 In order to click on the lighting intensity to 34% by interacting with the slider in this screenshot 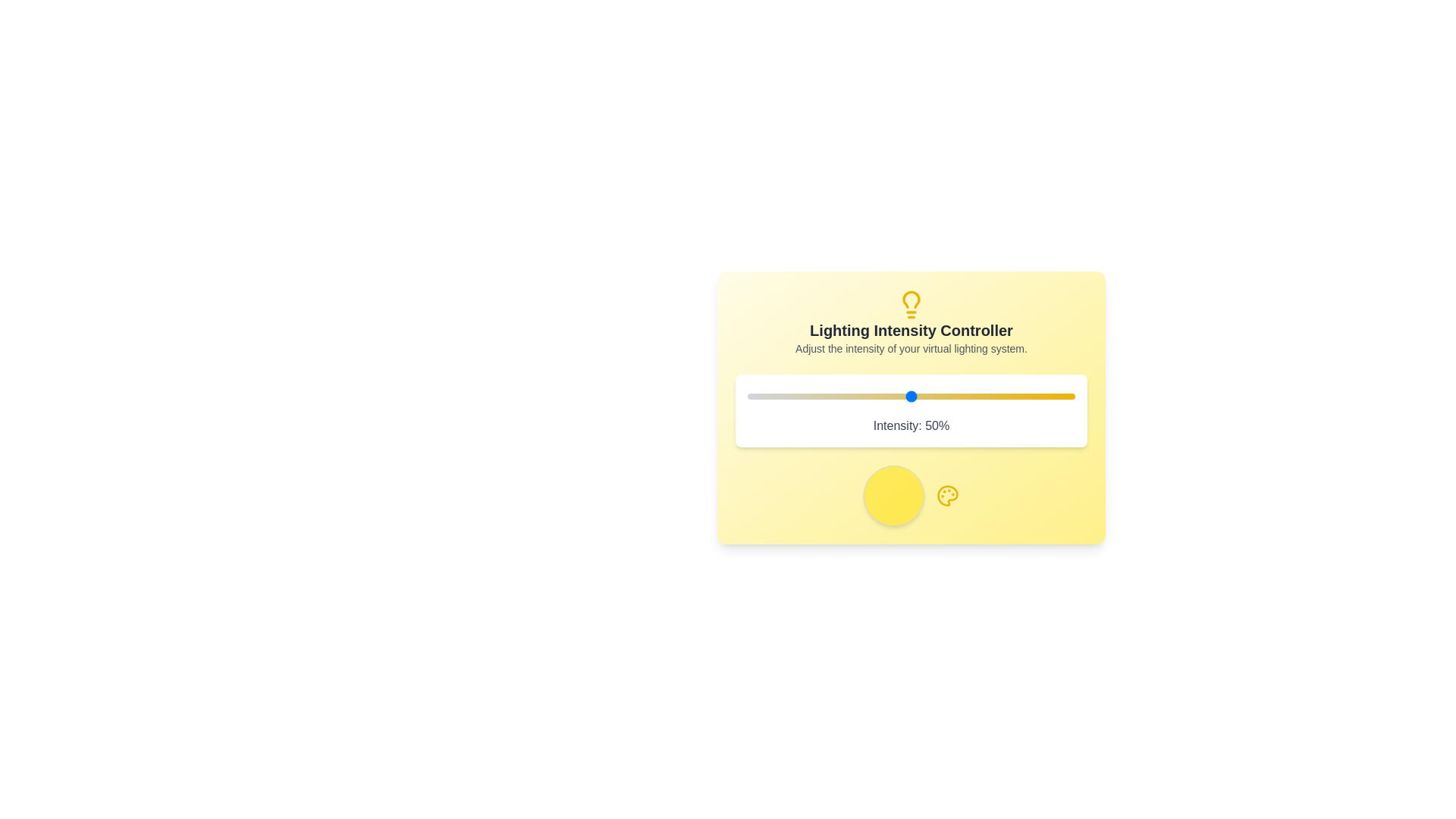, I will do `click(858, 396)`.